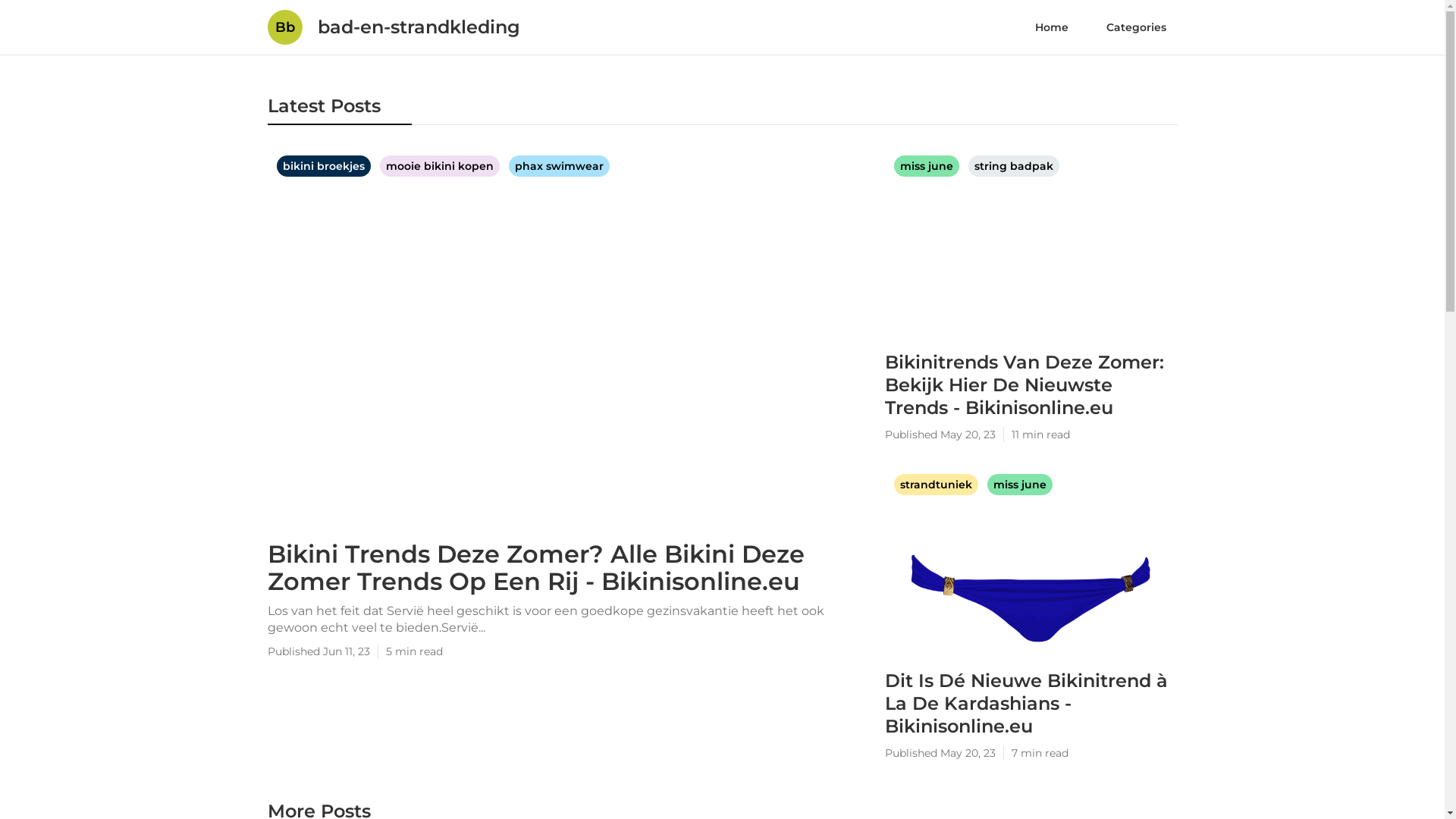  What do you see at coordinates (927, 166) in the screenshot?
I see `'miss june'` at bounding box center [927, 166].